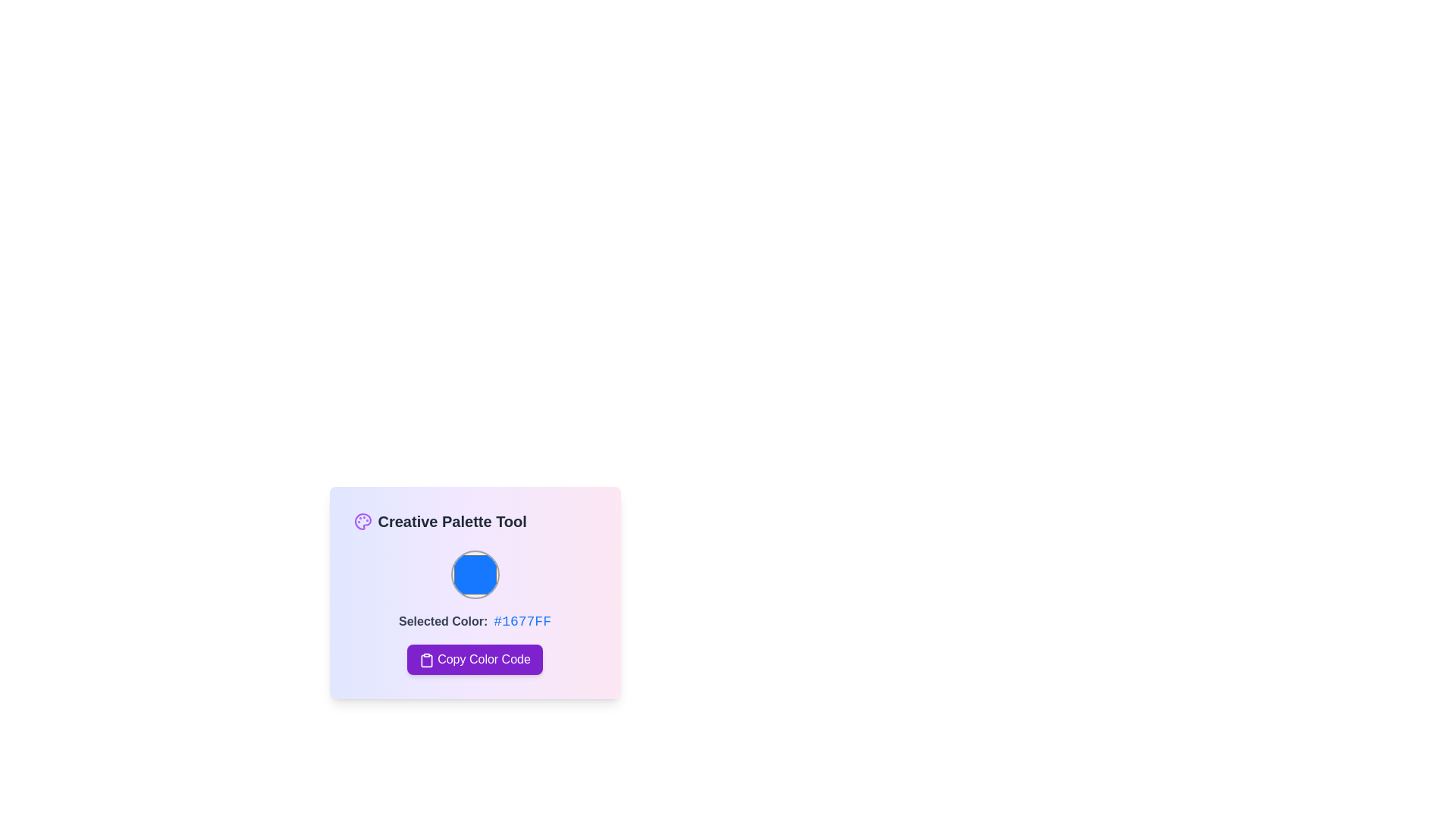 This screenshot has height=819, width=1456. Describe the element at coordinates (474, 659) in the screenshot. I see `the 'Copy Color Code' button` at that location.